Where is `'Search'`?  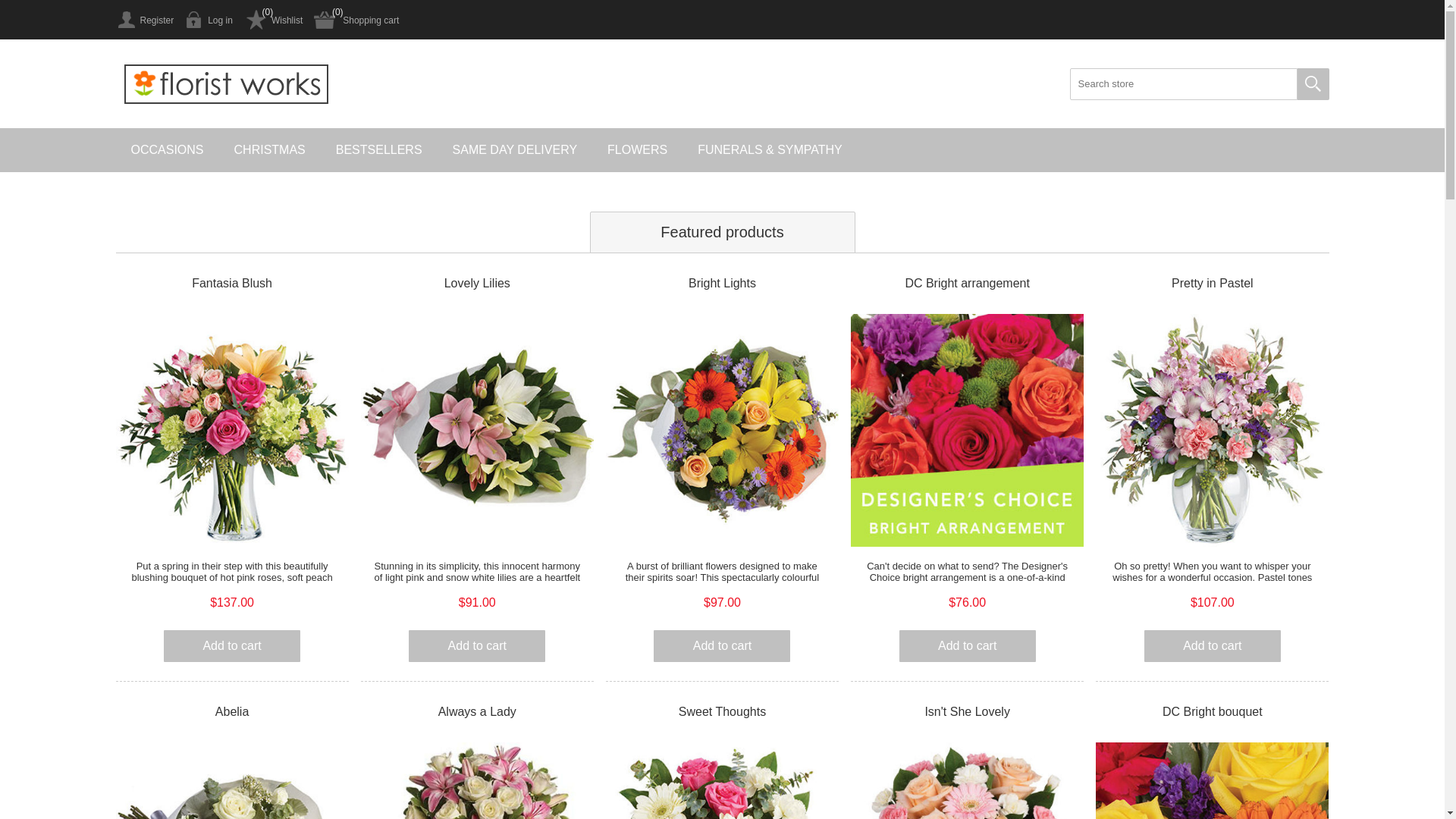 'Search' is located at coordinates (1312, 84).